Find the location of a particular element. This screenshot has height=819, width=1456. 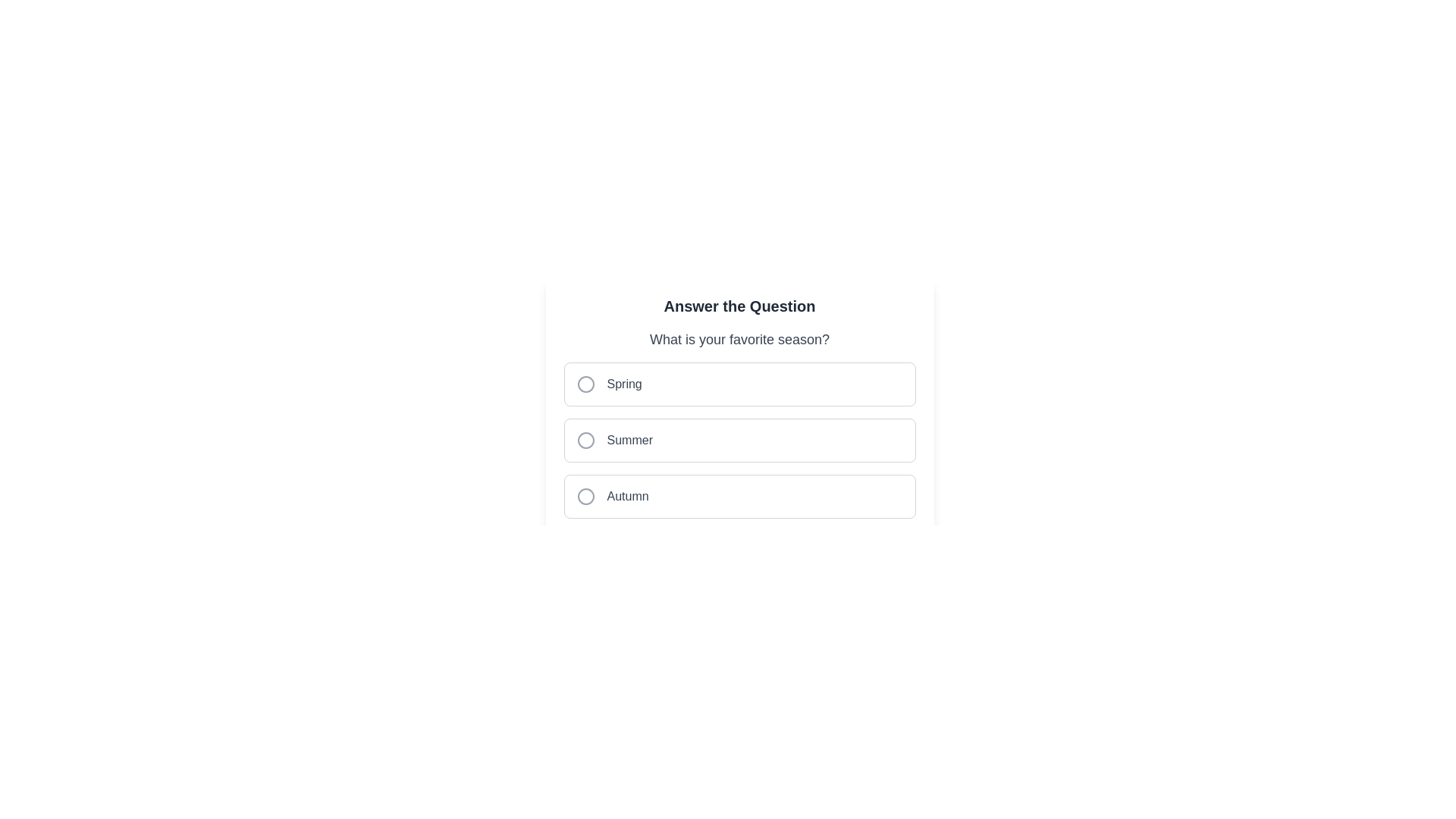

the selectable list item displaying the text 'Spring' is located at coordinates (739, 383).